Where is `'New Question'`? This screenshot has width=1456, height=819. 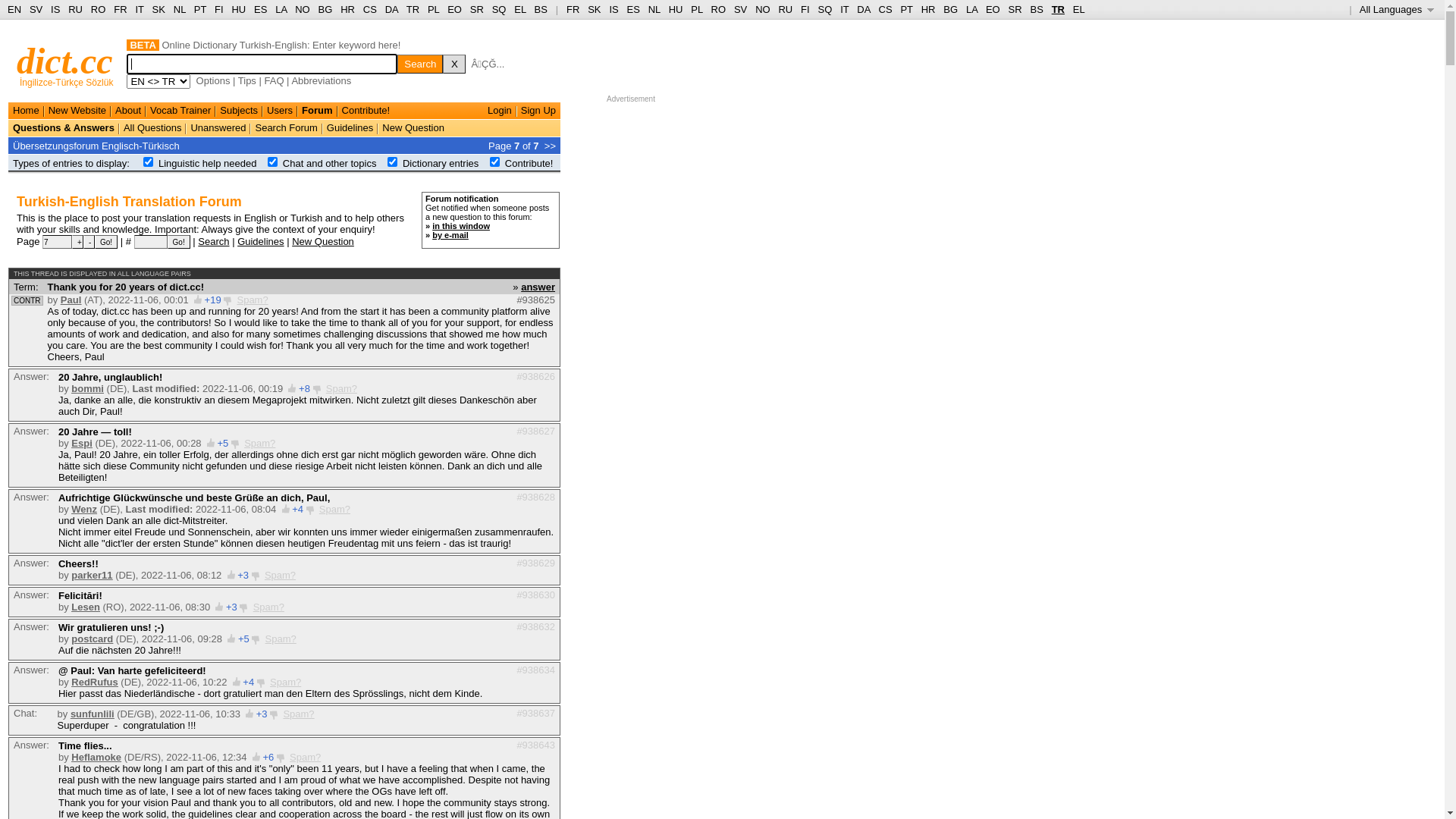
'New Question' is located at coordinates (322, 240).